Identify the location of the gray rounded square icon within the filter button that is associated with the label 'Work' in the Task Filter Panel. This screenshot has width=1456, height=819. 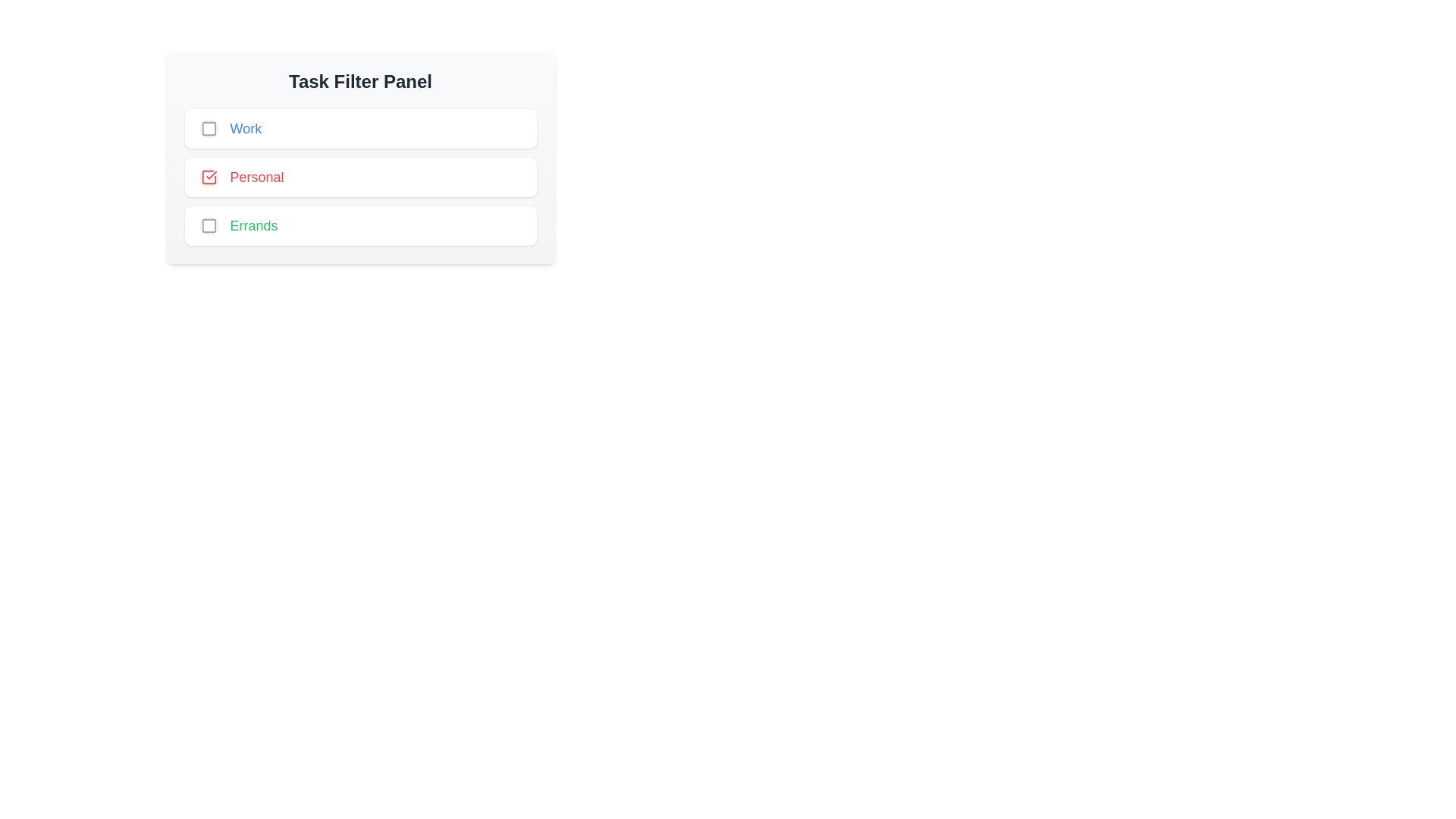
(208, 127).